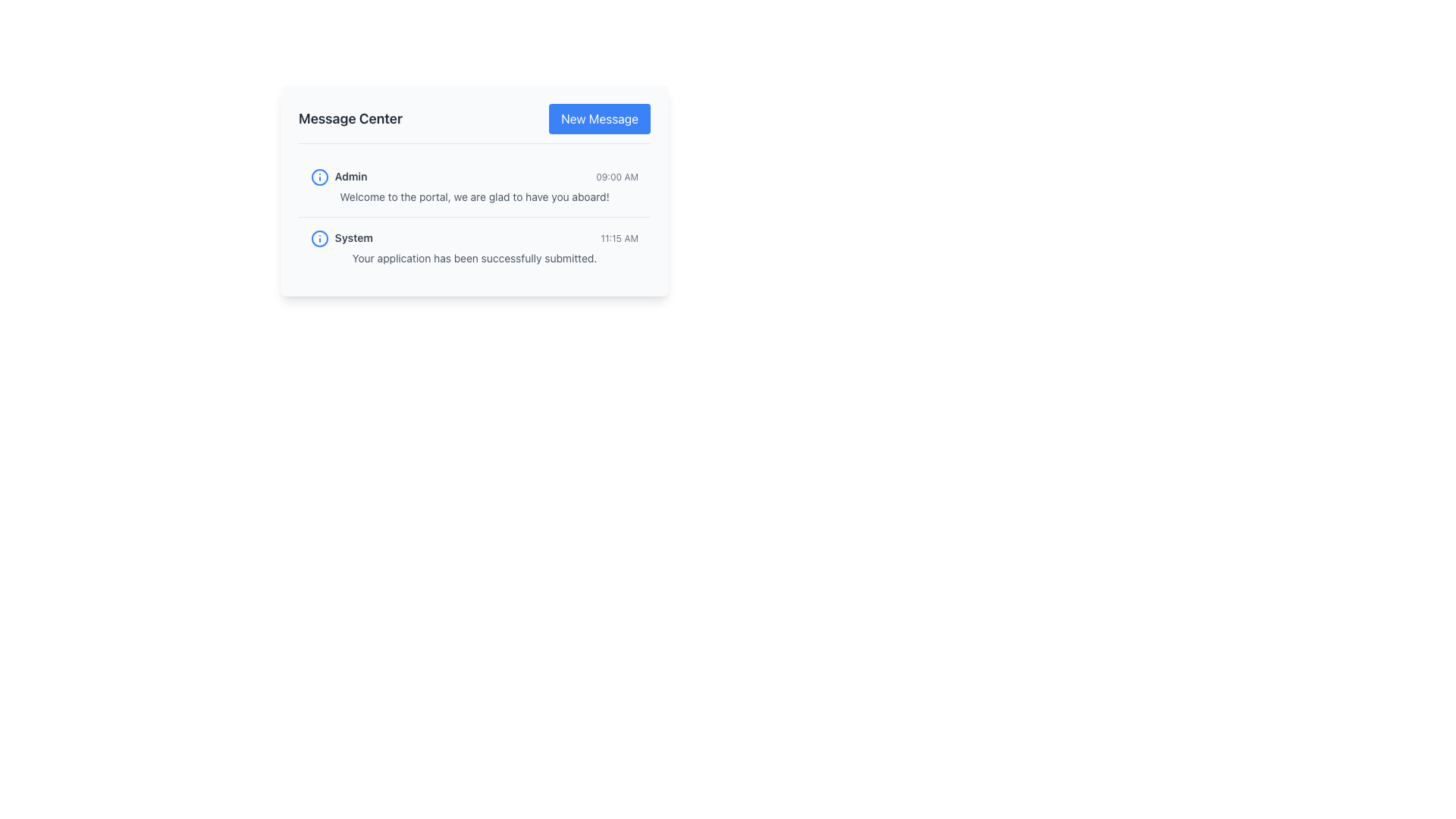 The height and width of the screenshot is (819, 1456). What do you see at coordinates (319, 239) in the screenshot?
I see `the Information icon, which is an outlined circle with a smaller 'i' inside it, located to the immediate left of the text labeled 'System' in the second row of the list in the message center section` at bounding box center [319, 239].